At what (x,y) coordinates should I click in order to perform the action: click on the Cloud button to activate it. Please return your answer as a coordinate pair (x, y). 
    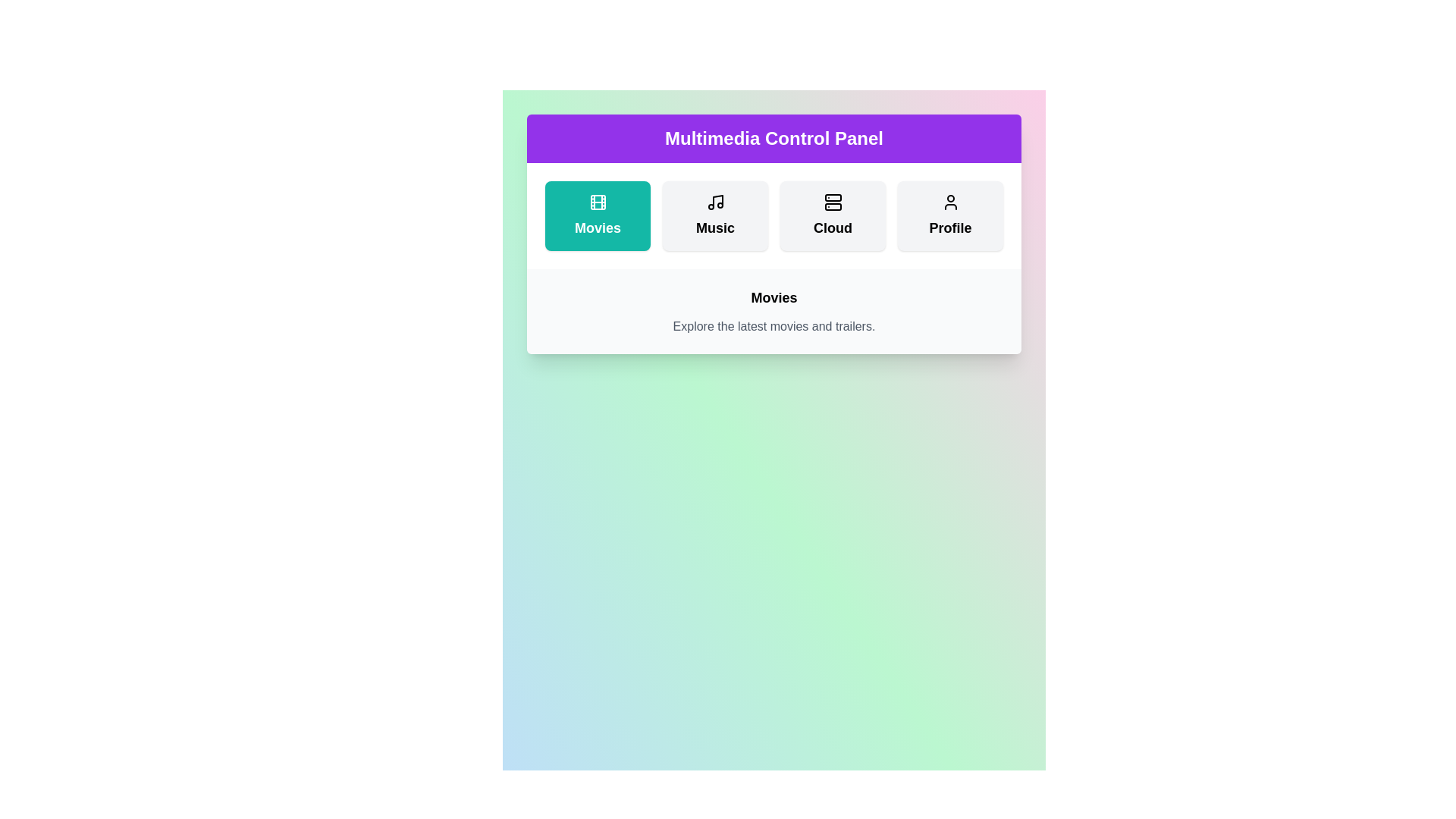
    Looking at the image, I should click on (832, 216).